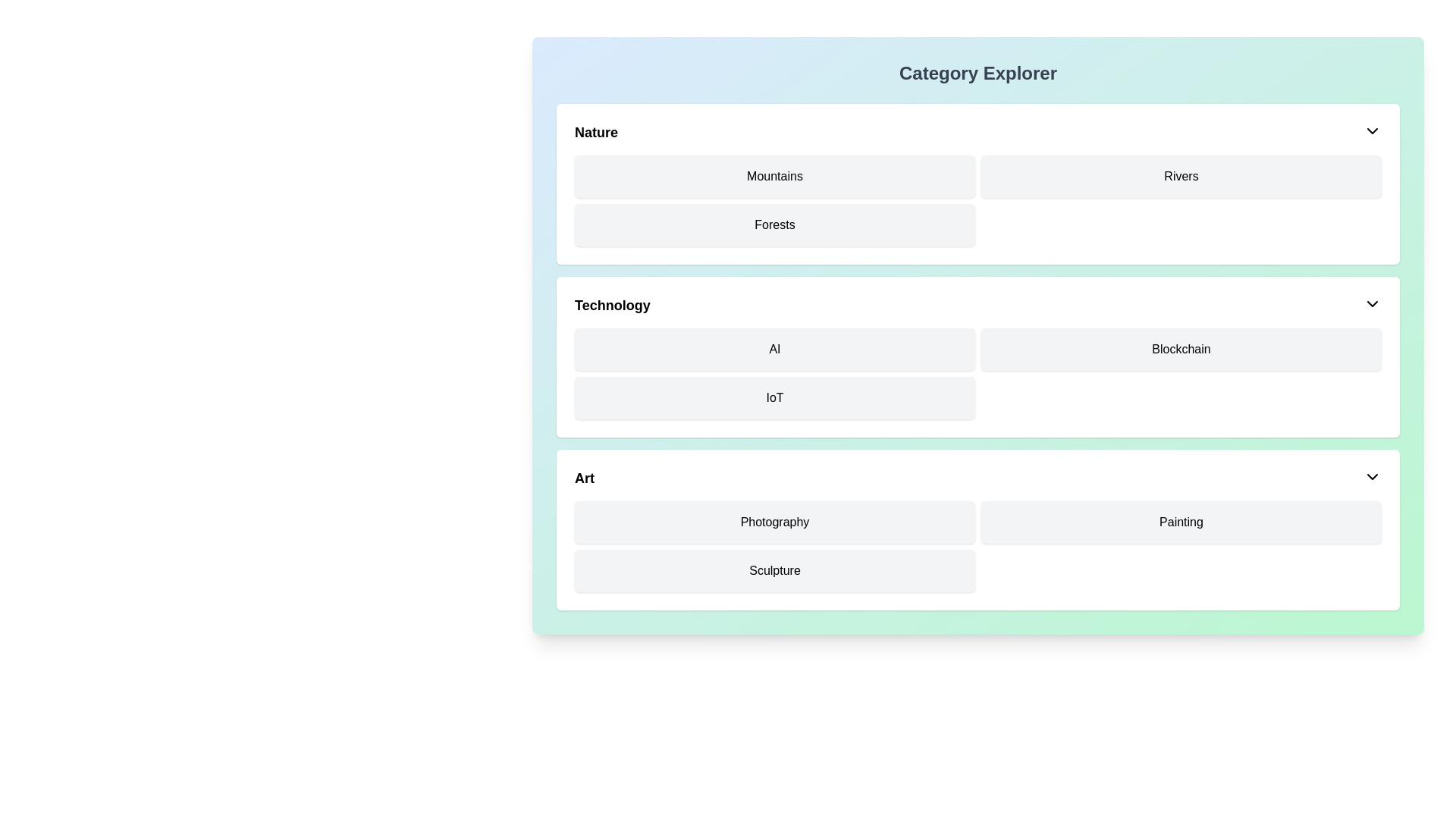 This screenshot has width=1456, height=819. What do you see at coordinates (775, 397) in the screenshot?
I see `the 'IoT' category button or label located in the second row of the 'Technology' section` at bounding box center [775, 397].